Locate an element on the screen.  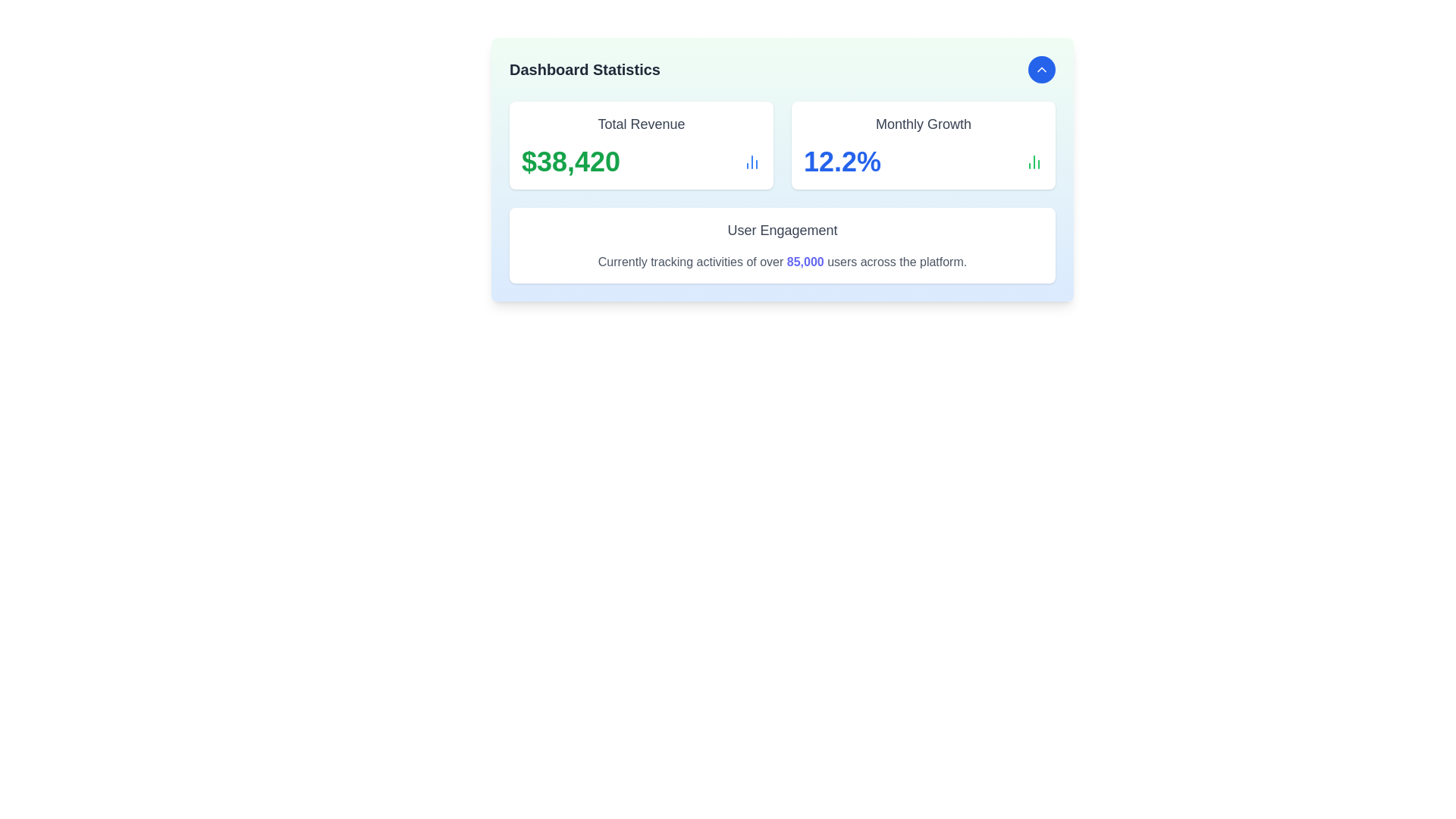
the blue bar chart icon located to the right of the '$38,420' text in the 'Total Revenue' section of the 'Dashboard Statistics' panel is located at coordinates (752, 162).